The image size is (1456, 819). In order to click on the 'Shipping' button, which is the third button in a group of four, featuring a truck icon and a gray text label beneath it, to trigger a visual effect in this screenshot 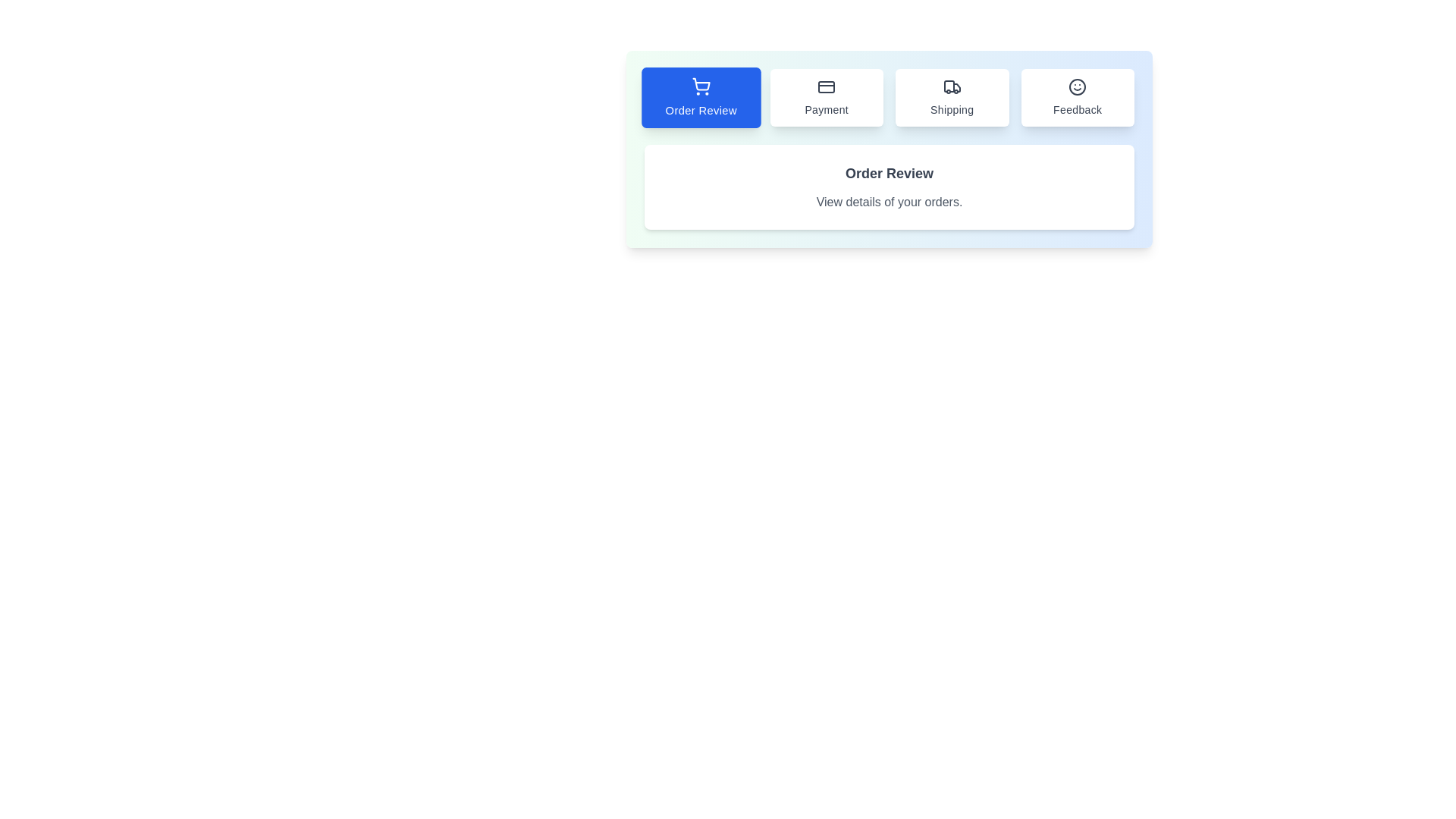, I will do `click(951, 97)`.